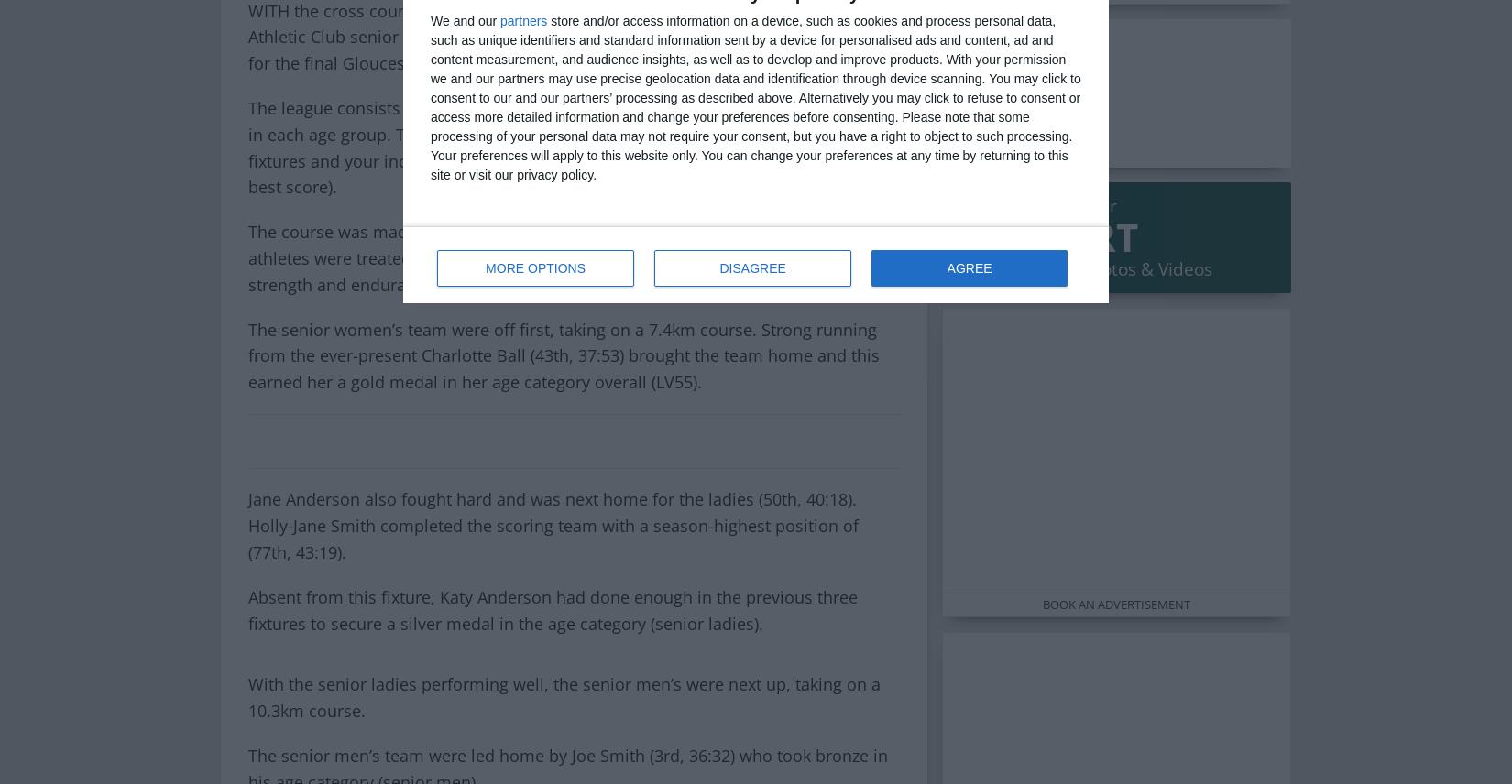  What do you see at coordinates (1075, 235) in the screenshot?
I see `'SPORT'` at bounding box center [1075, 235].